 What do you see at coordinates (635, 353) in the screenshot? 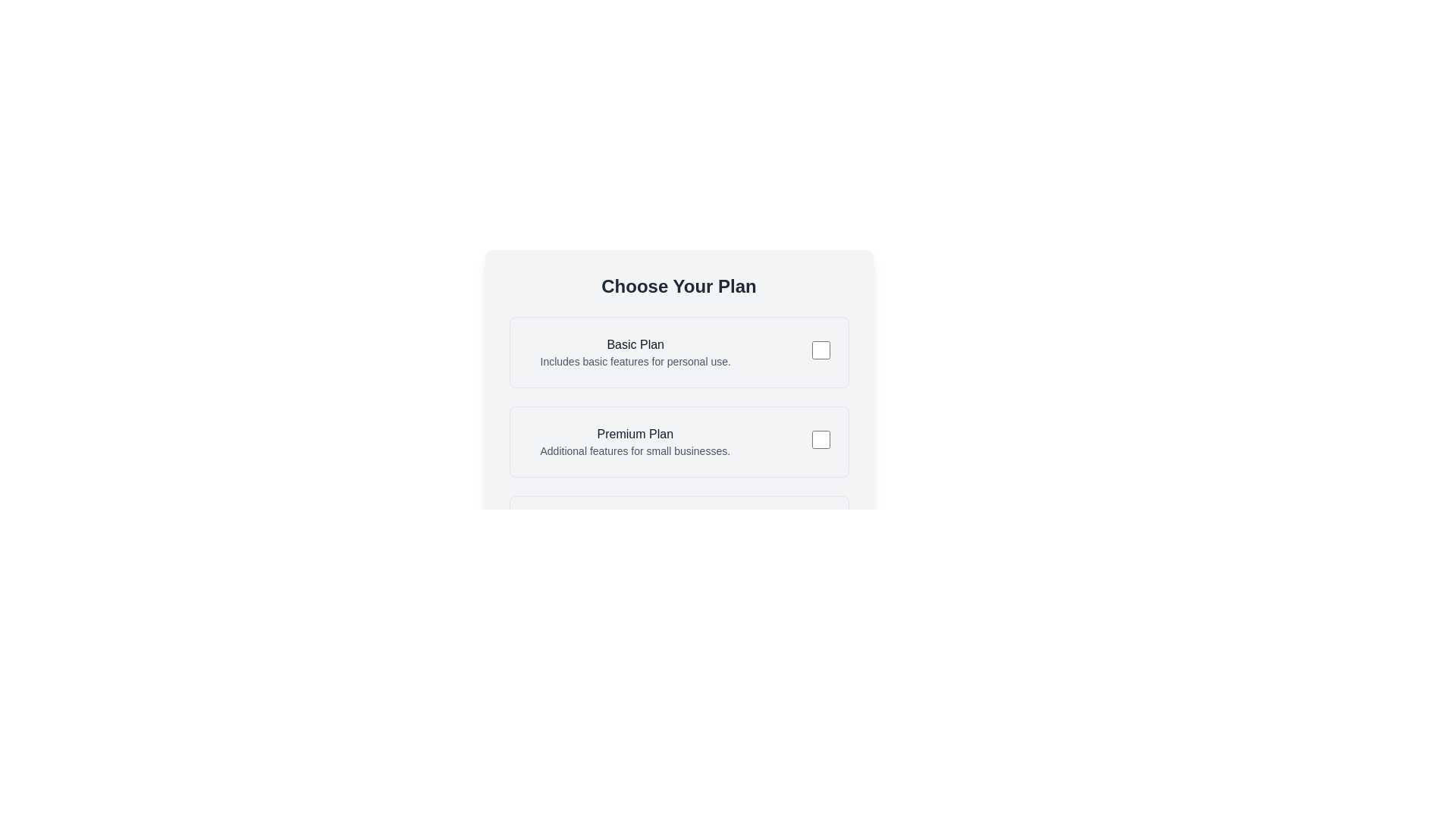
I see `'Basic Plan' text label which includes the title and description, located under the header 'Choose Your Plan' and positioned to the left of a checkbox` at bounding box center [635, 353].